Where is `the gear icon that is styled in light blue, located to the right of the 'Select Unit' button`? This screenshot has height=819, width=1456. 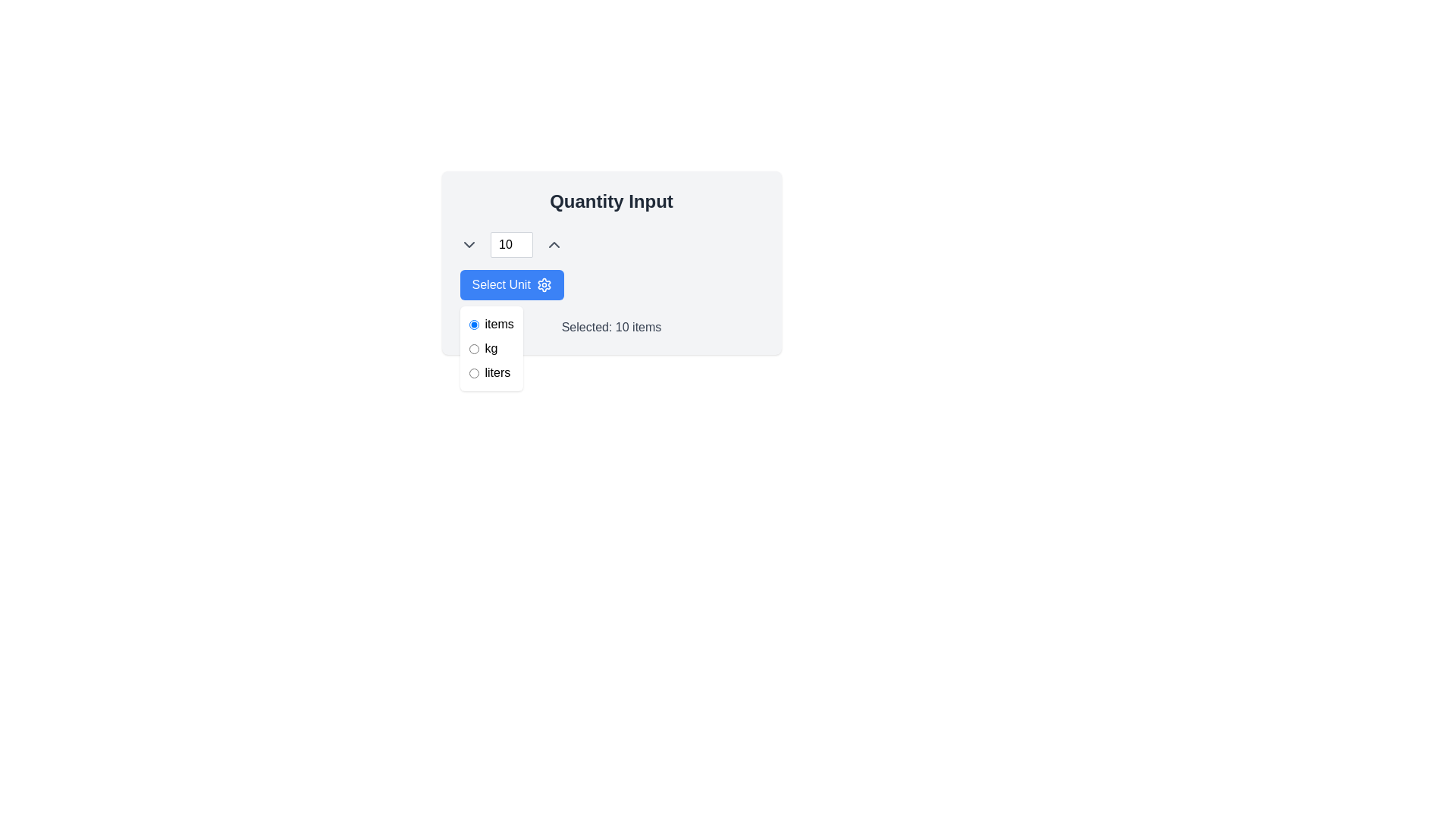 the gear icon that is styled in light blue, located to the right of the 'Select Unit' button is located at coordinates (544, 284).